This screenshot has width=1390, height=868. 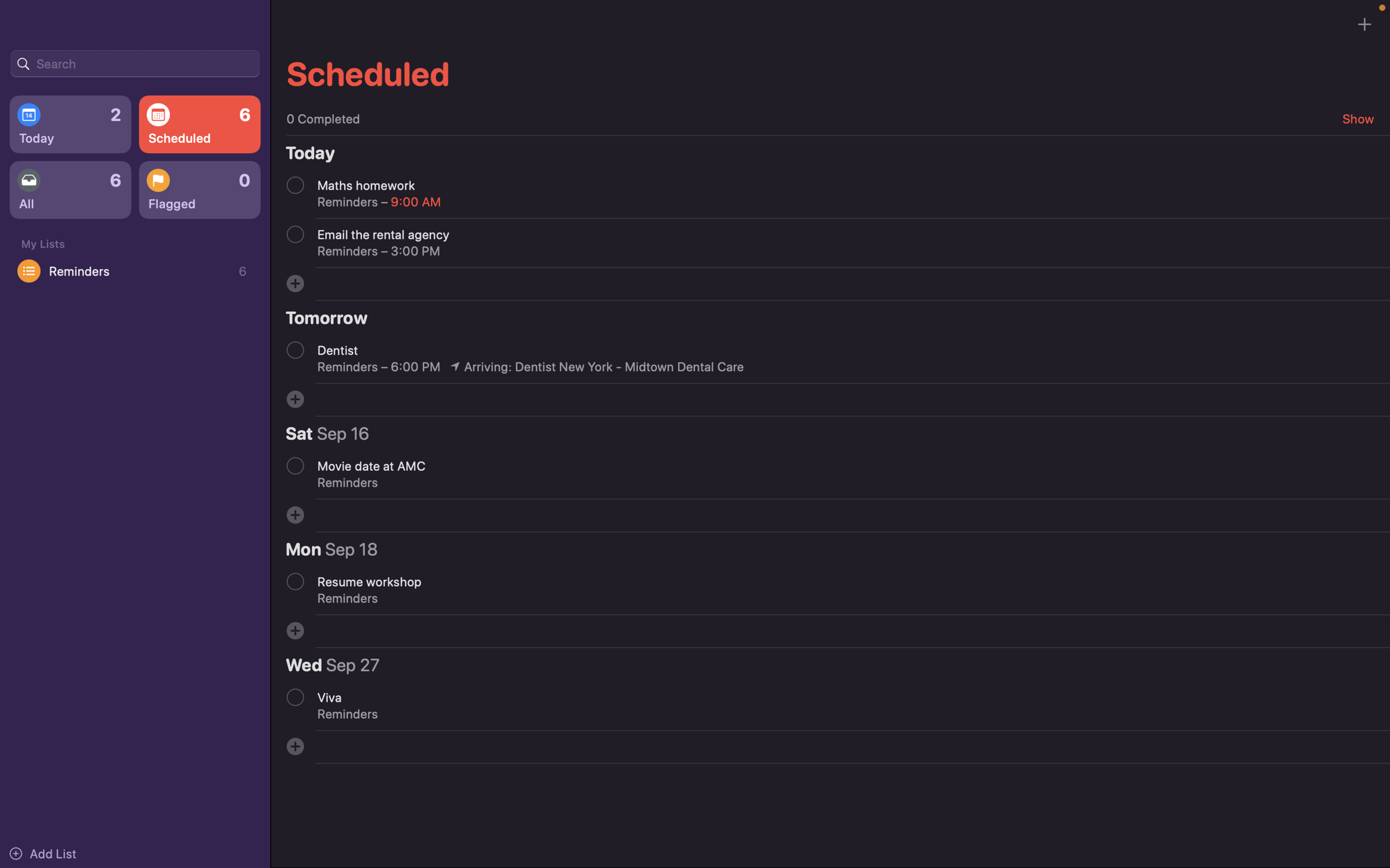 What do you see at coordinates (295, 234) in the screenshot?
I see `the second event for today` at bounding box center [295, 234].